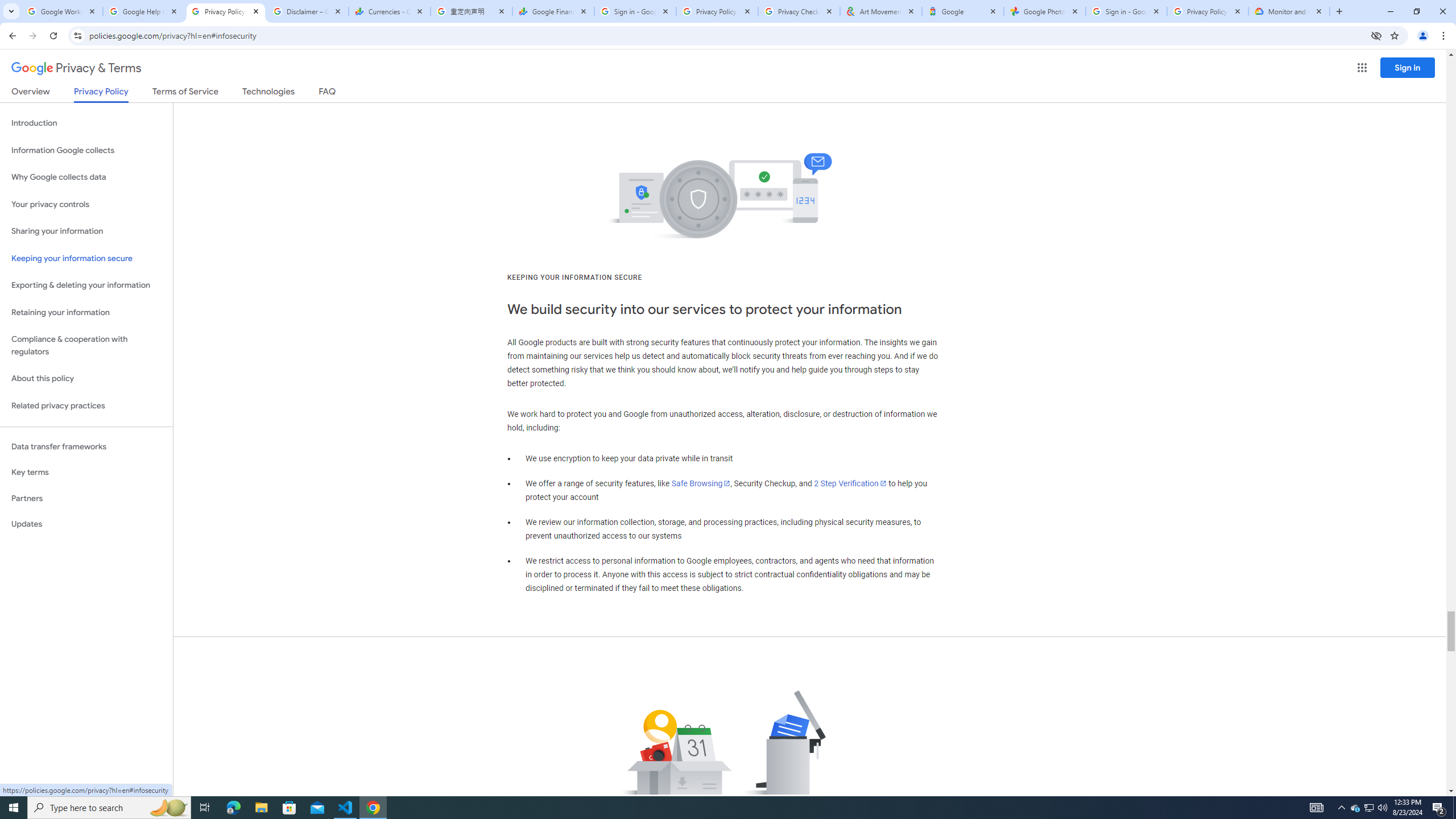  I want to click on 'Sign in - Google Accounts', so click(1126, 11).